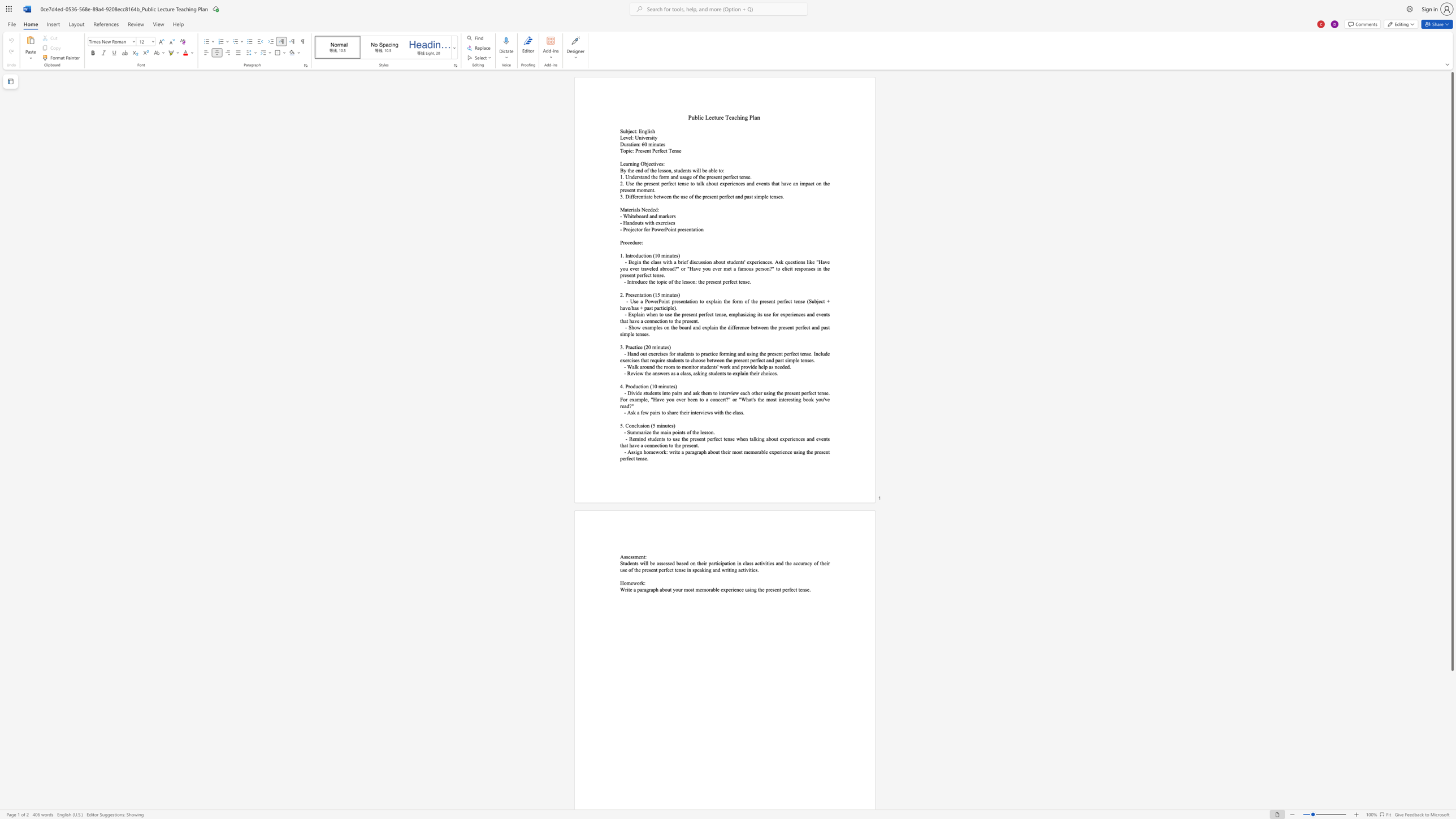  What do you see at coordinates (1451, 769) in the screenshot?
I see `the vertical scrollbar to lower the page content` at bounding box center [1451, 769].